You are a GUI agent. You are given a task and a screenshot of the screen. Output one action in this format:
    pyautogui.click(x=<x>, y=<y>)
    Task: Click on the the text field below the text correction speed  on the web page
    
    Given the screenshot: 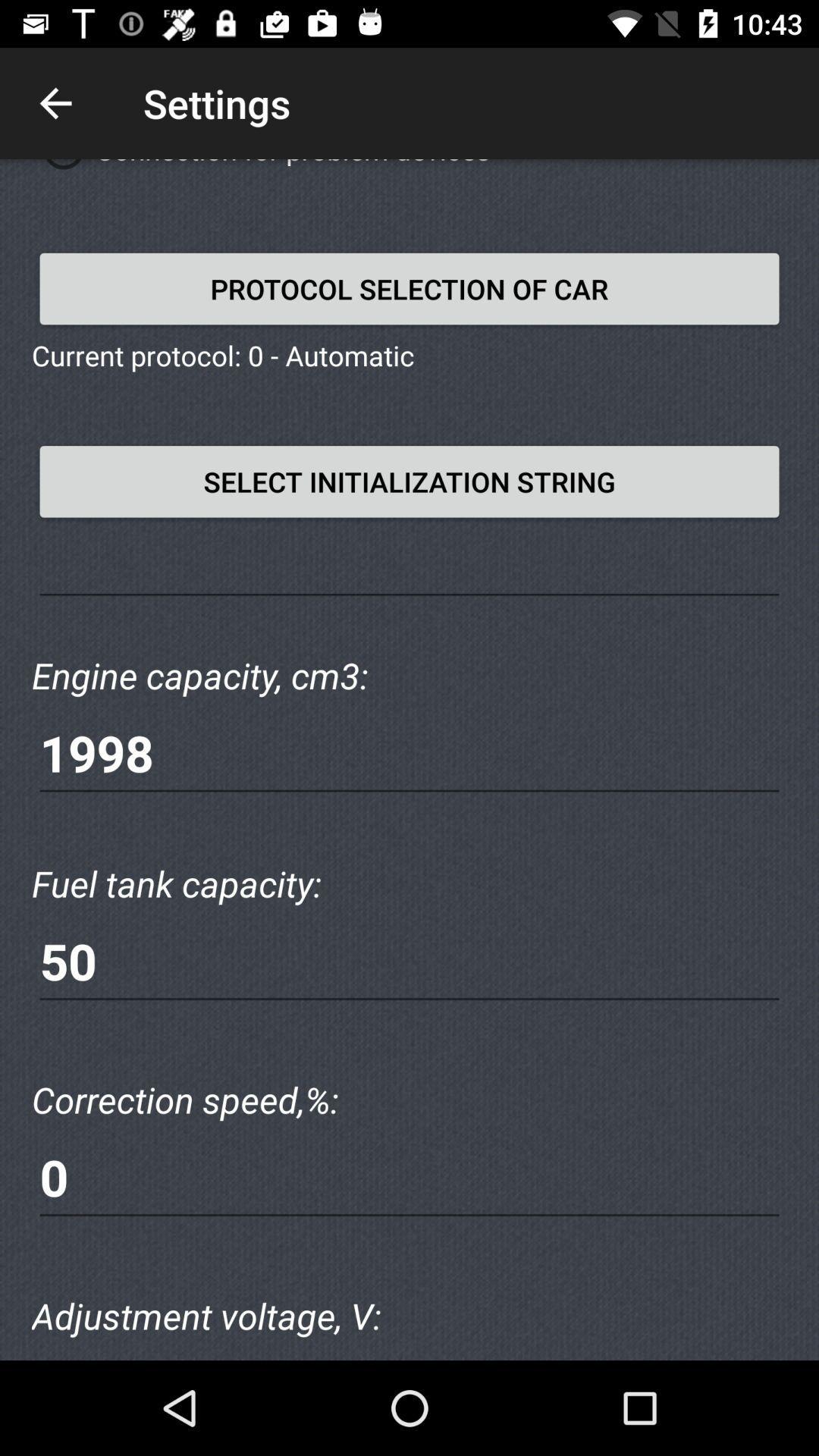 What is the action you would take?
    pyautogui.click(x=409, y=1177)
    